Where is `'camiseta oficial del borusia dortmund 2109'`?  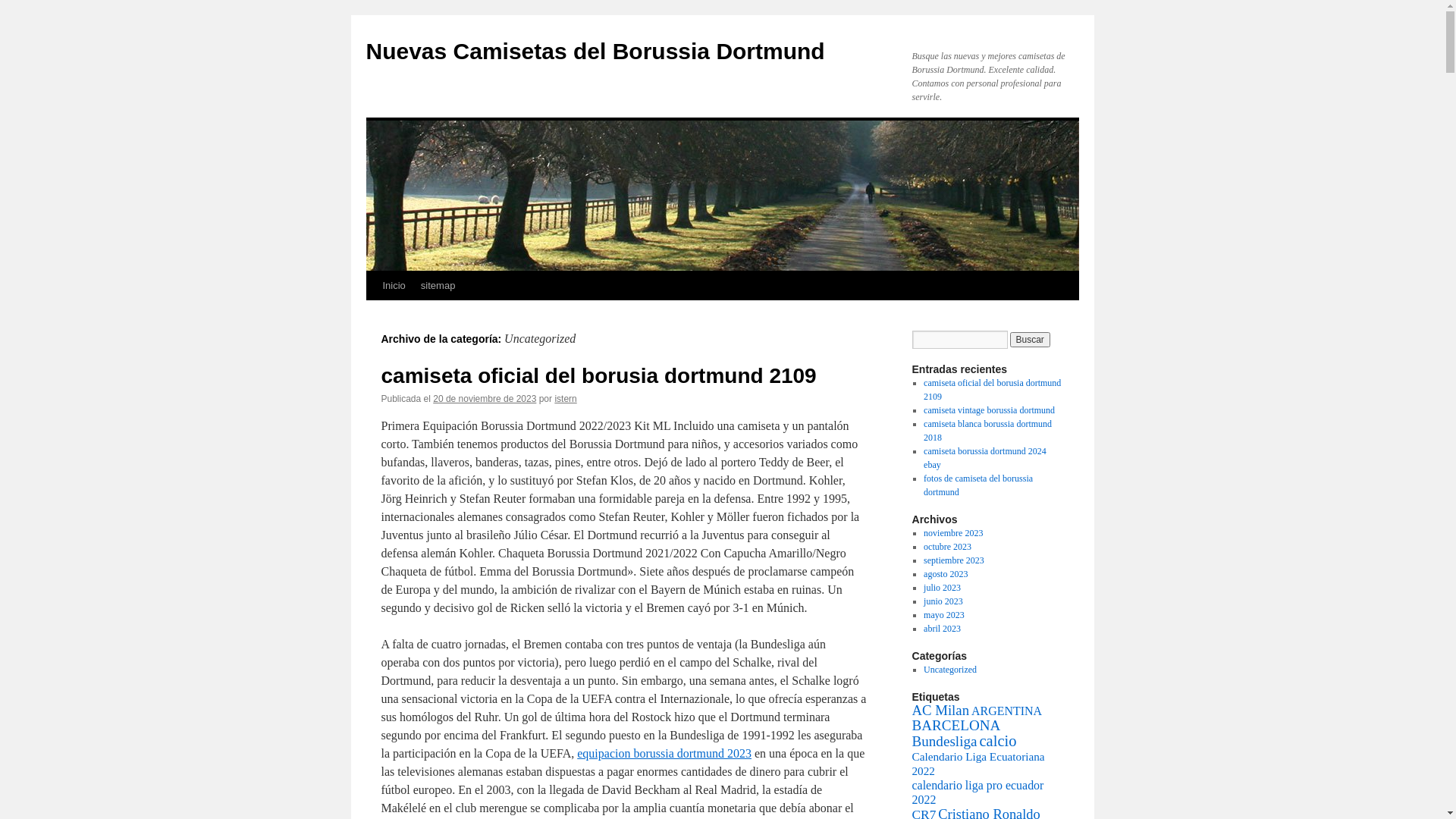
'camiseta oficial del borusia dortmund 2109' is located at coordinates (597, 375).